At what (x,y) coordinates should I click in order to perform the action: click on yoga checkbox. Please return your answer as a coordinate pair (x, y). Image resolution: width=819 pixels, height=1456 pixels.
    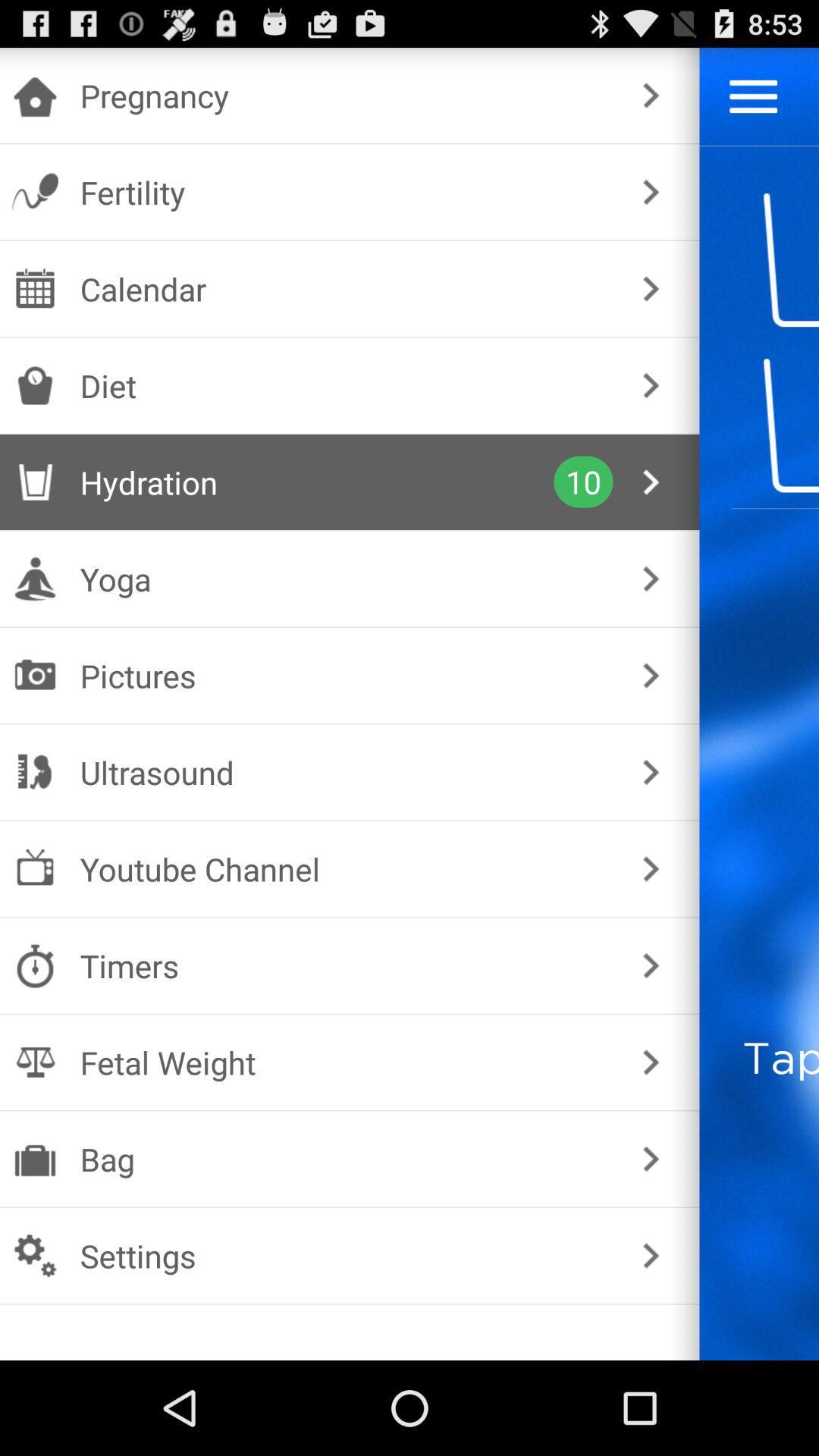
    Looking at the image, I should click on (347, 578).